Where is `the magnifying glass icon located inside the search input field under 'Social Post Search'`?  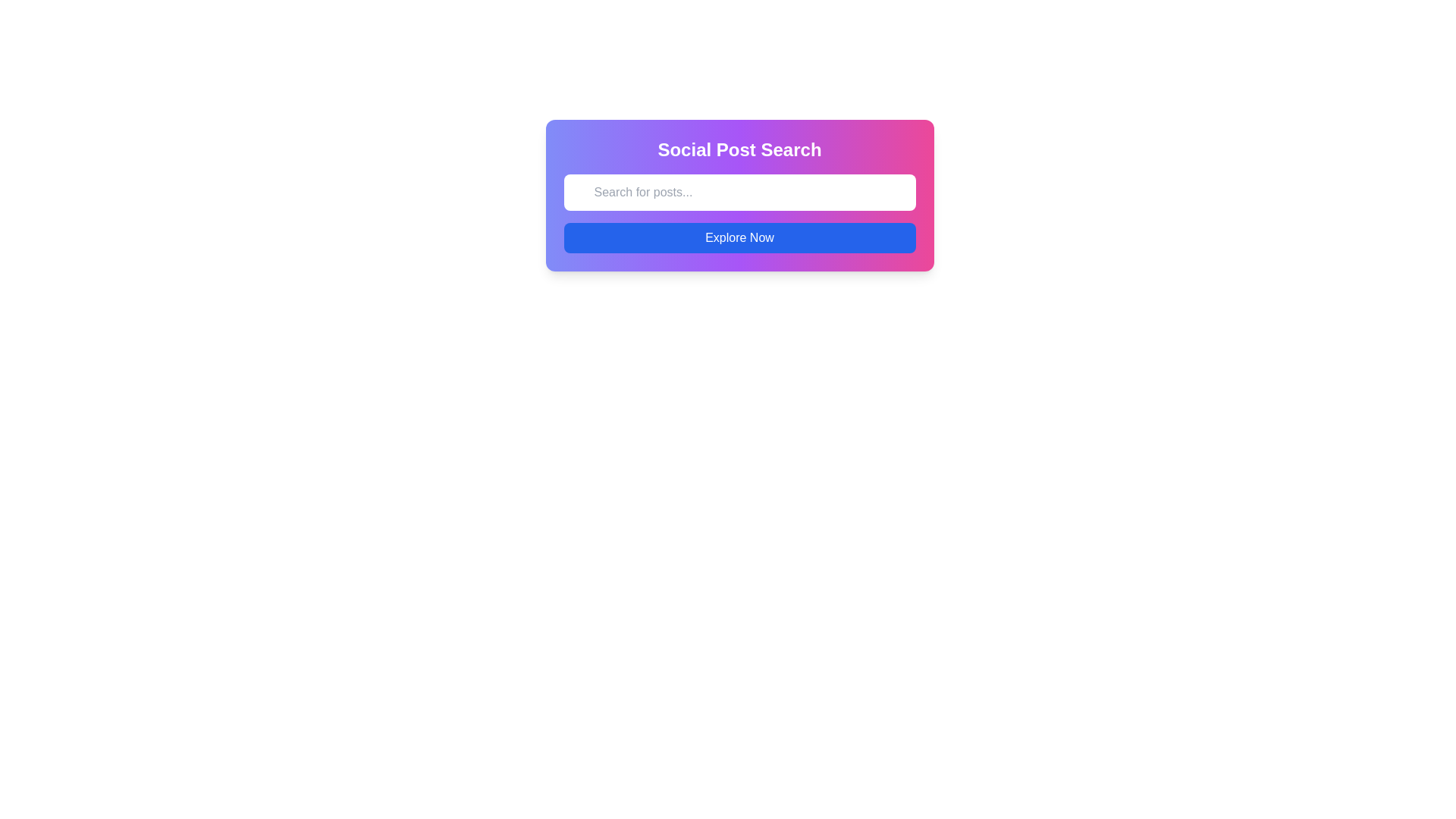 the magnifying glass icon located inside the search input field under 'Social Post Search' is located at coordinates (579, 180).